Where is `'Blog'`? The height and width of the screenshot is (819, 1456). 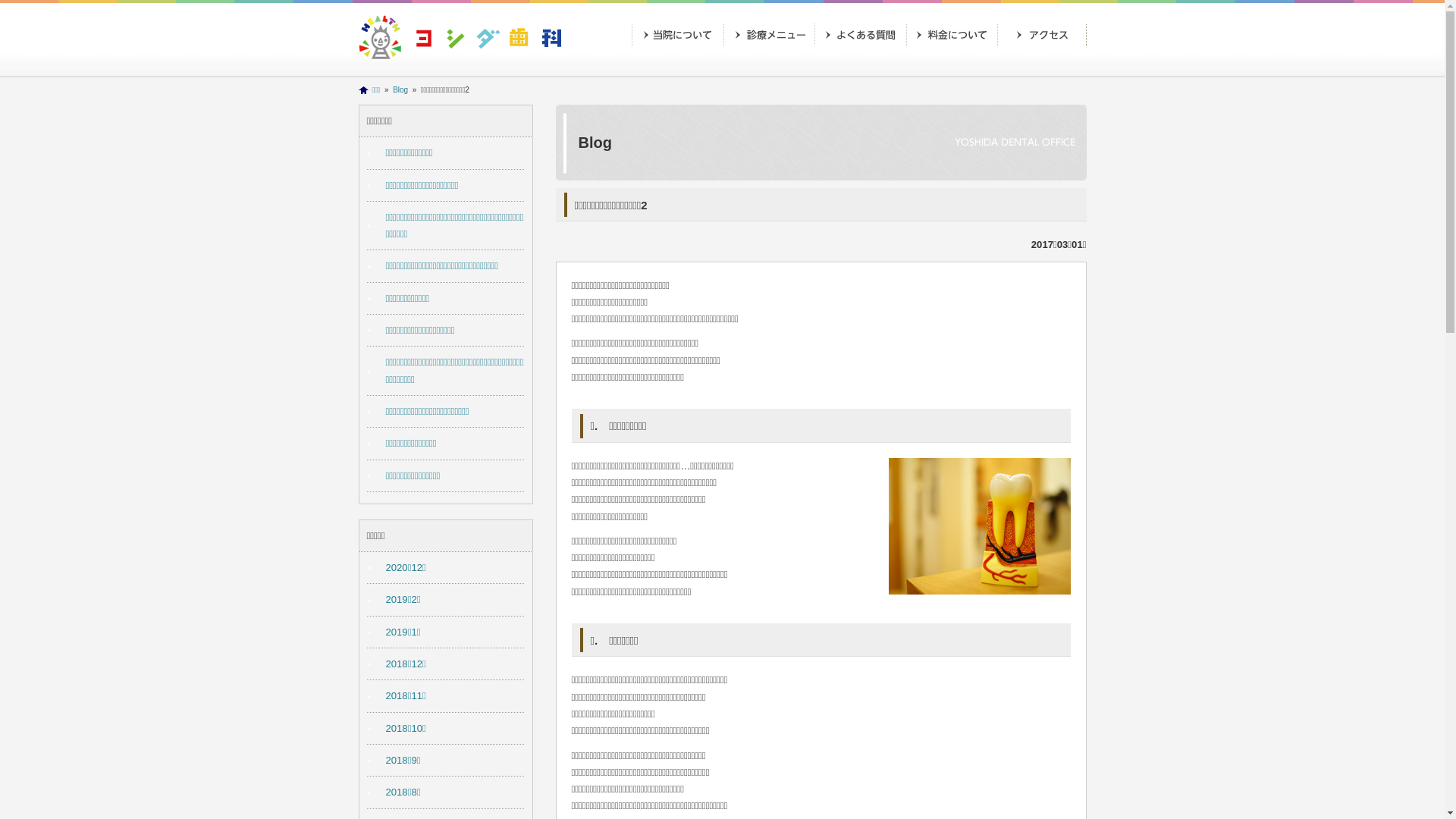
'Blog' is located at coordinates (400, 89).